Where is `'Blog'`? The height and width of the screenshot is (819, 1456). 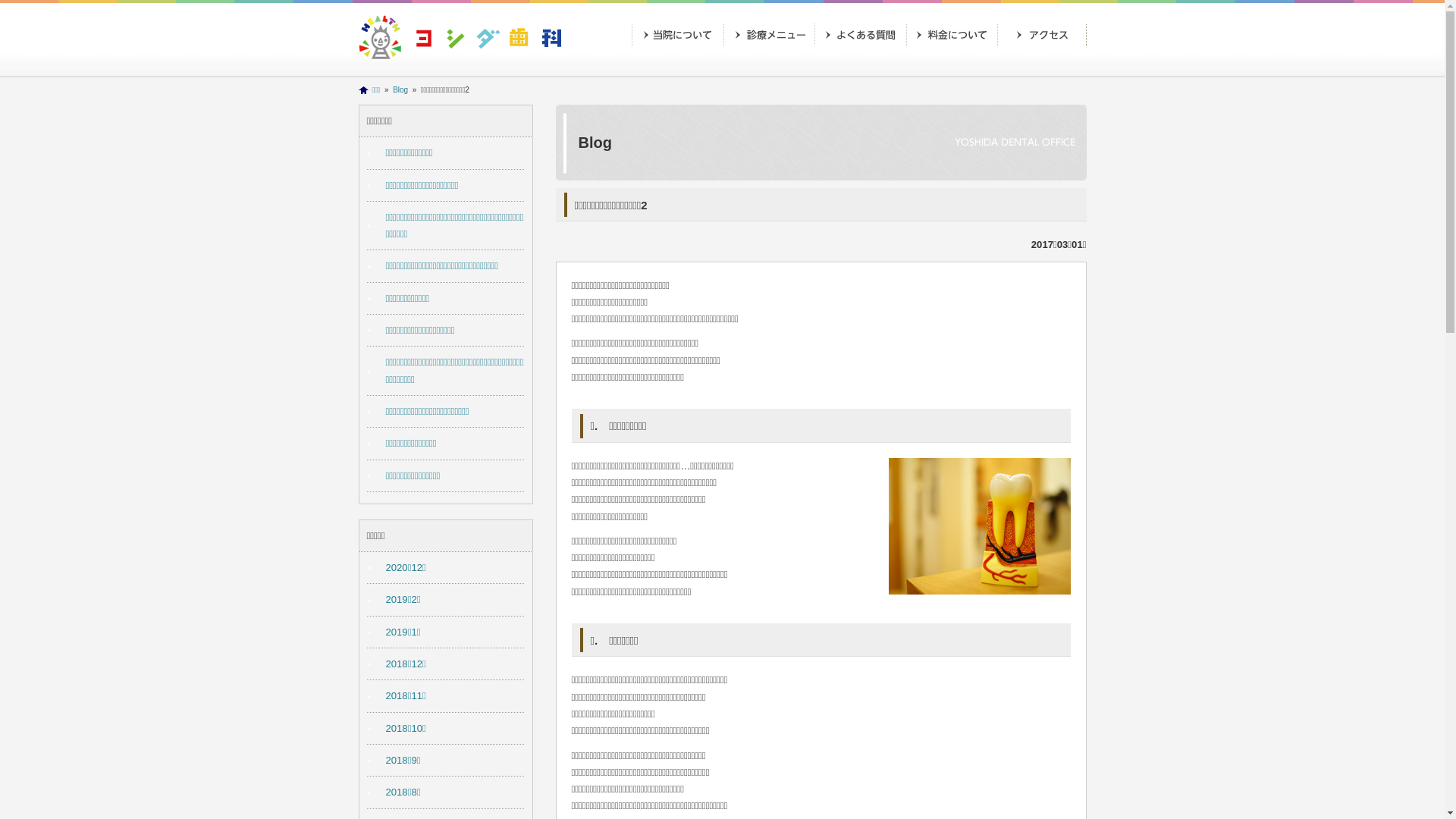
'Blog' is located at coordinates (400, 89).